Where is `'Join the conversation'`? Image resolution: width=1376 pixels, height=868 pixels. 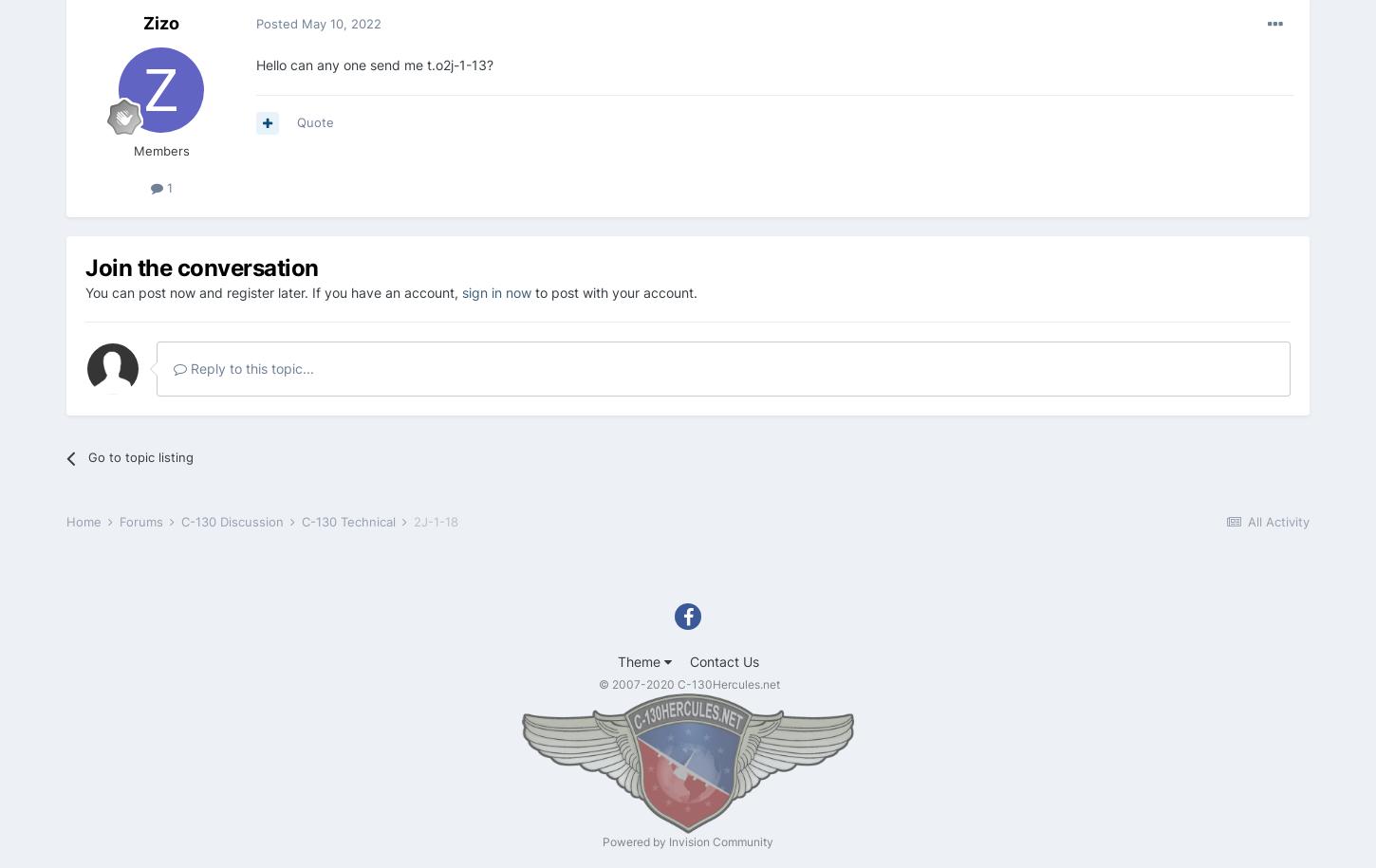
'Join the conversation' is located at coordinates (200, 267).